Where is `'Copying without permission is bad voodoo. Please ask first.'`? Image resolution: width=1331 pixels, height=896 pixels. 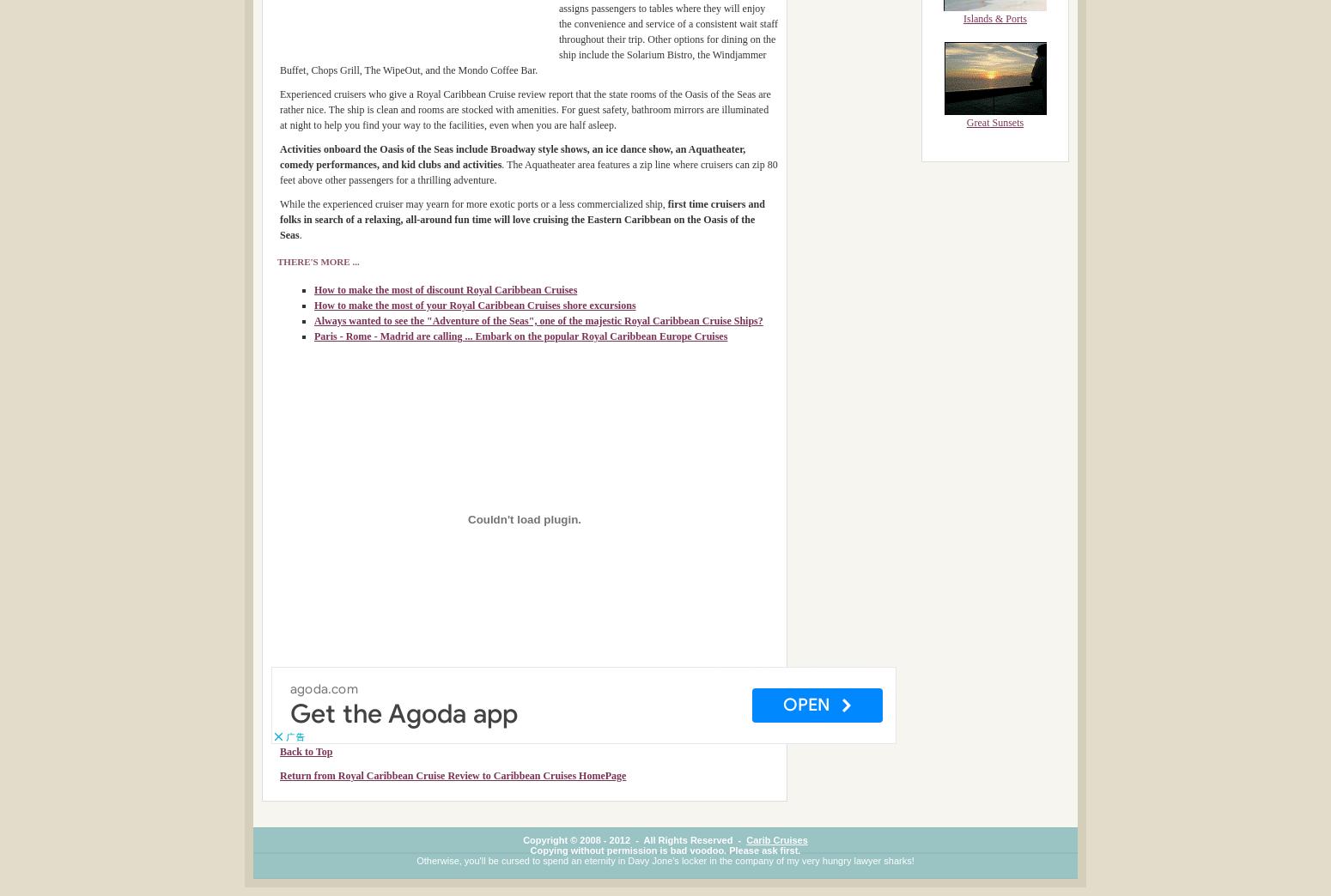
'Copying without permission is bad voodoo. Please ask first.' is located at coordinates (665, 850).